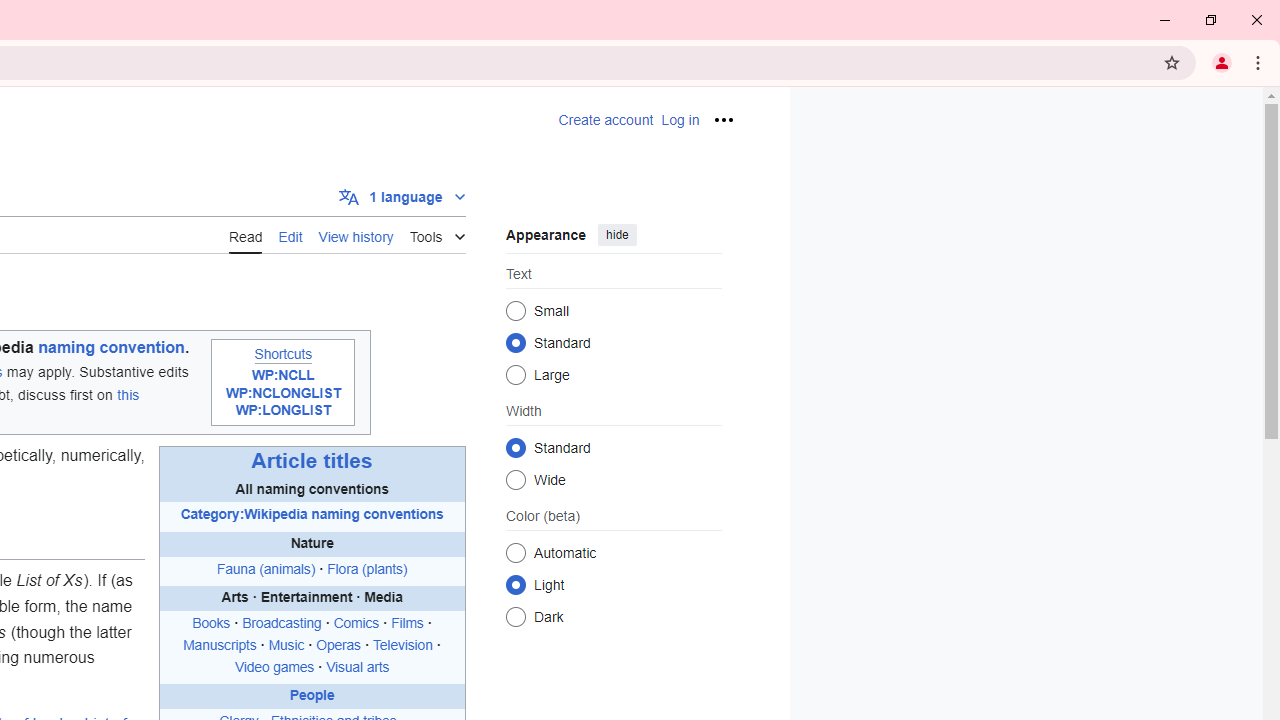  Describe the element at coordinates (211, 623) in the screenshot. I see `'Books'` at that location.